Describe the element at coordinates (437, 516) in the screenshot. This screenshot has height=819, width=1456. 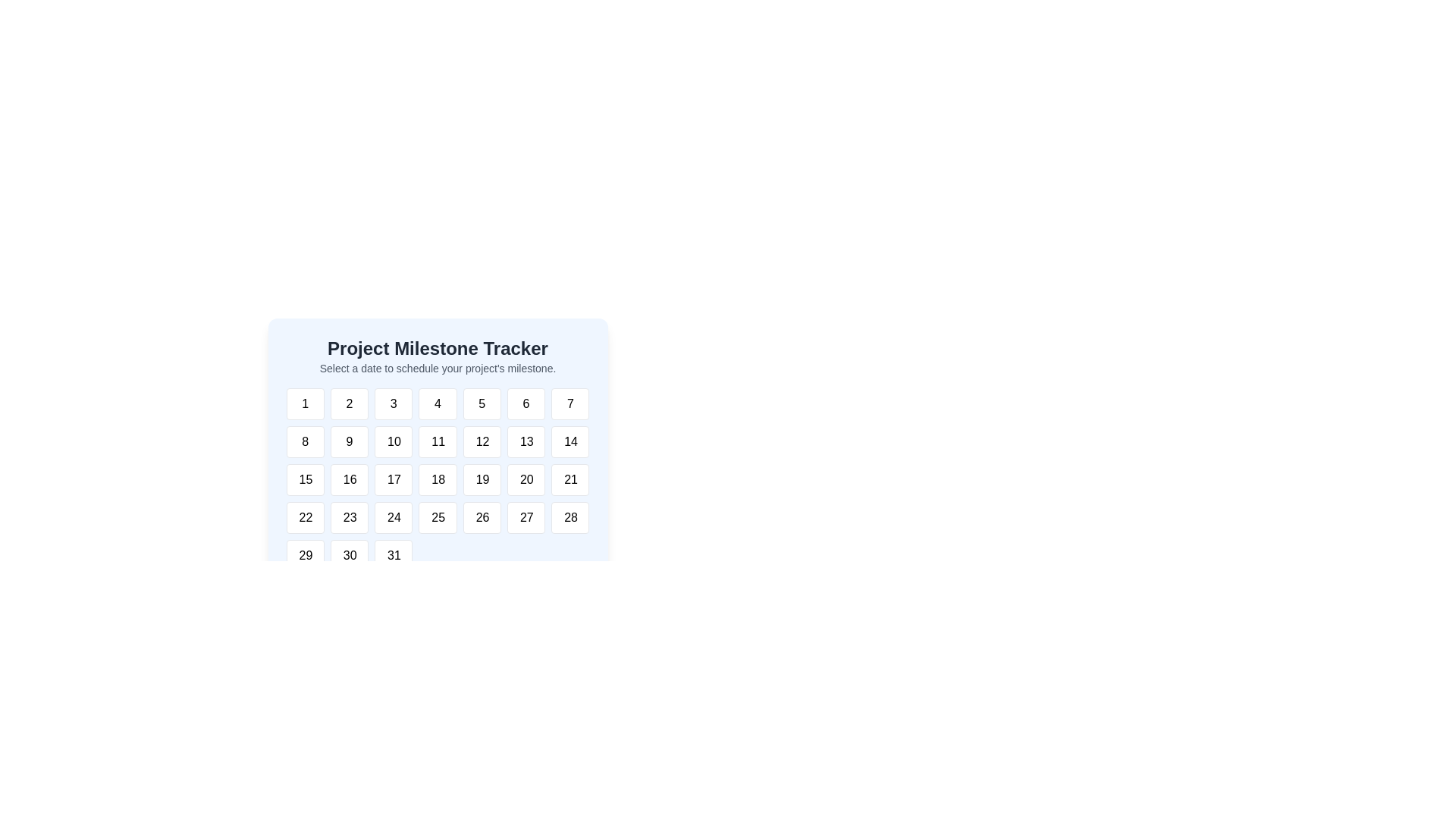
I see `the button displaying the number '25' in bold black font, located in the last row of the calendar grid under 'Project Milestone Tracker'` at that location.